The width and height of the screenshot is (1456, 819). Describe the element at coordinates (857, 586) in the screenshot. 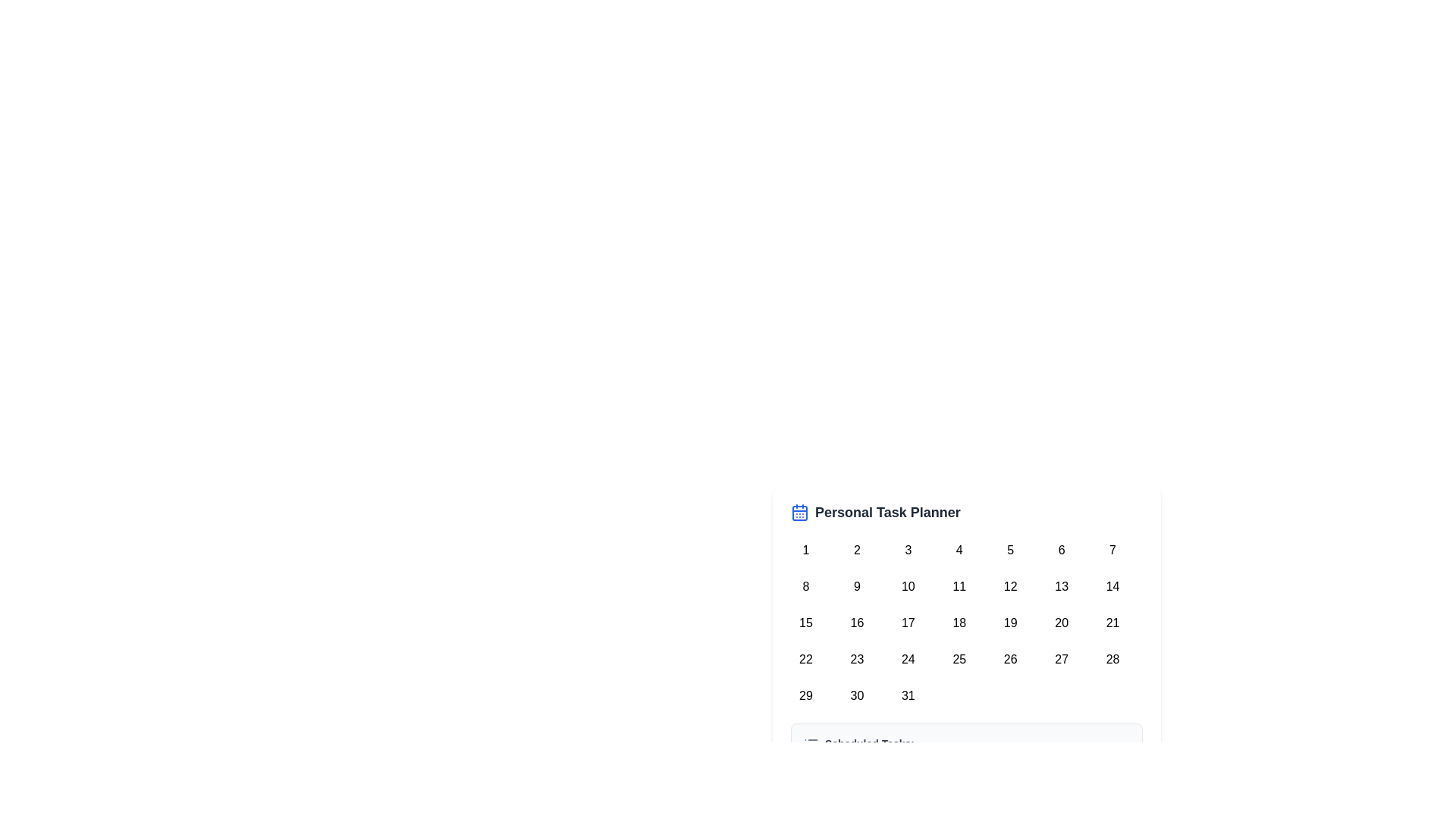

I see `the circular button displaying the number '9' in the 'Personal Task Planner' interface` at that location.